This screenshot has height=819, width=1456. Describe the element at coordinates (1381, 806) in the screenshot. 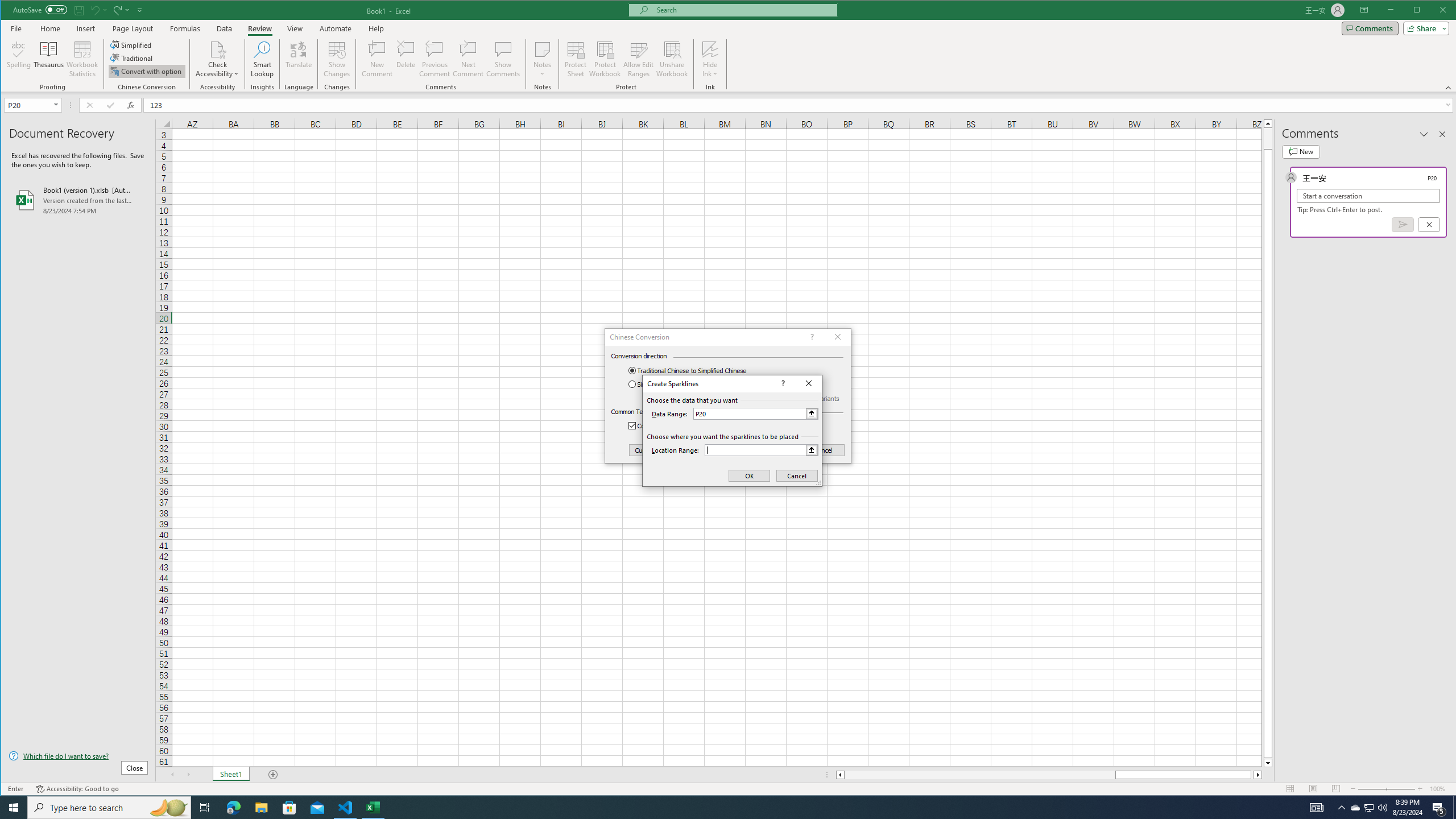

I see `'Q2790: 100%'` at that location.